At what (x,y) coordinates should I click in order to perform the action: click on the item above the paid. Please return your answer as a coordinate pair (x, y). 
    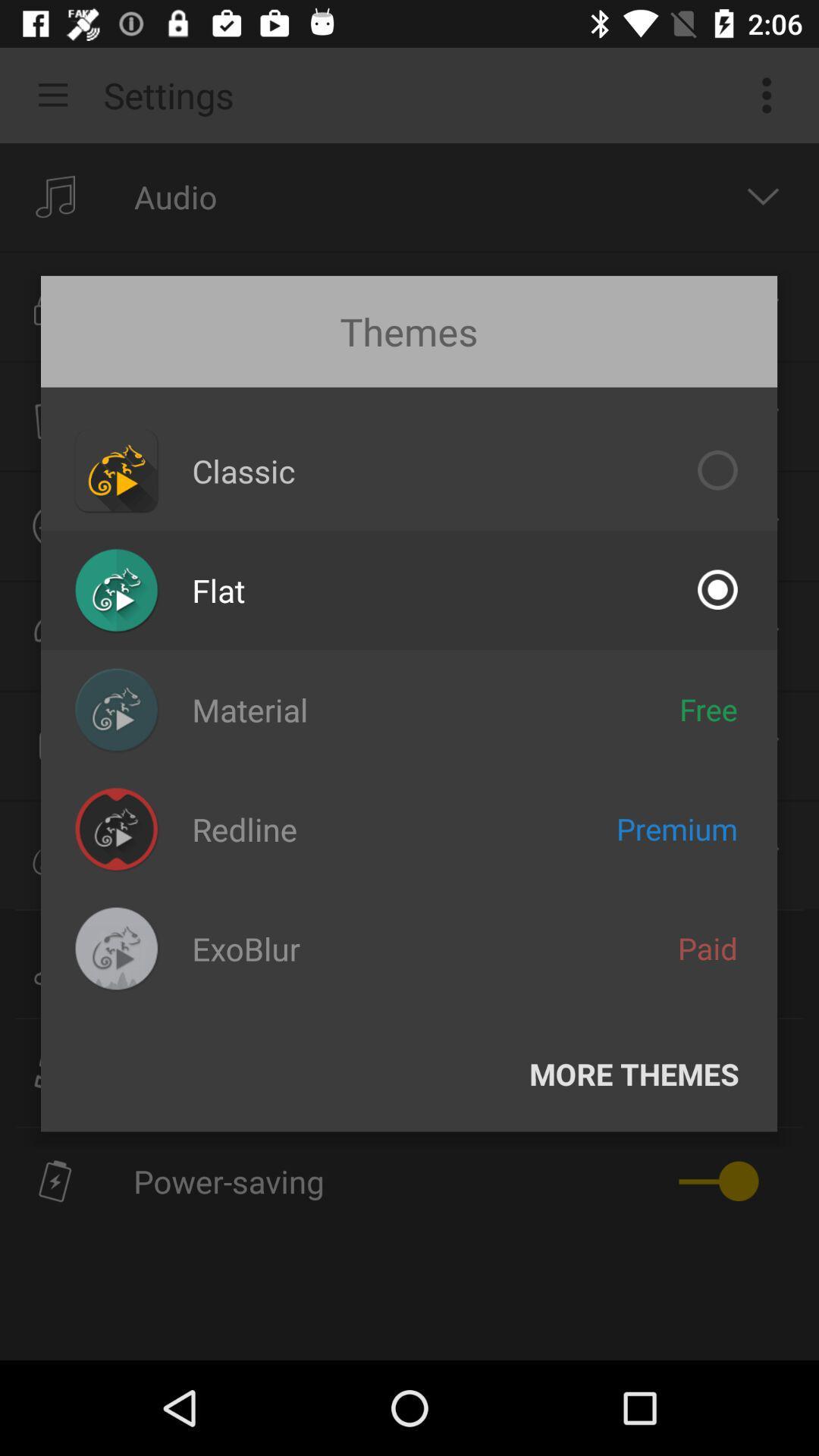
    Looking at the image, I should click on (676, 828).